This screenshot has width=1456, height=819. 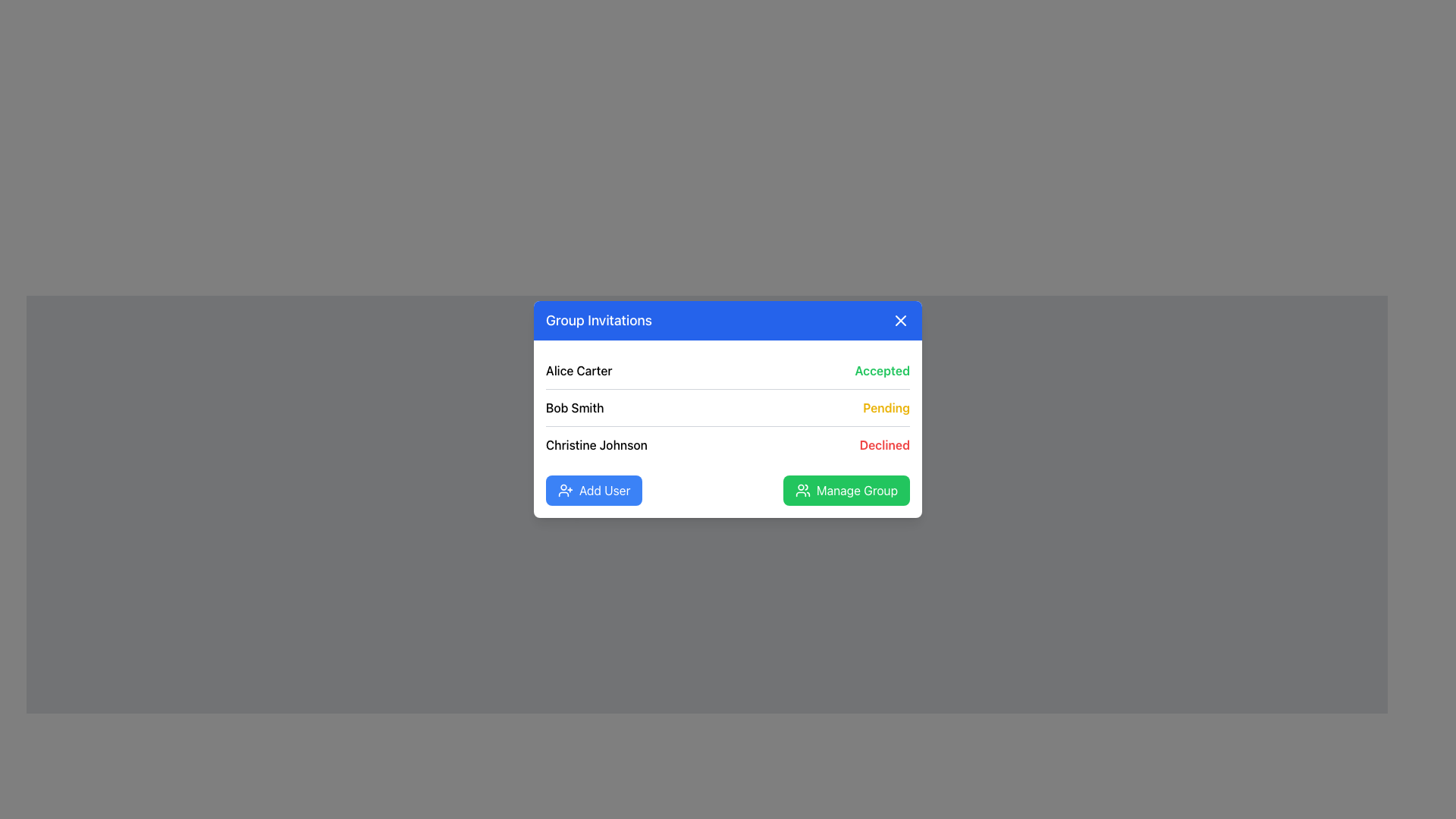 I want to click on the red-colored text label displaying 'Declined', positioned at the bottom of the list in the 'Group Invitations' modal and aligned to the right of 'Christine Johnson', so click(x=884, y=444).